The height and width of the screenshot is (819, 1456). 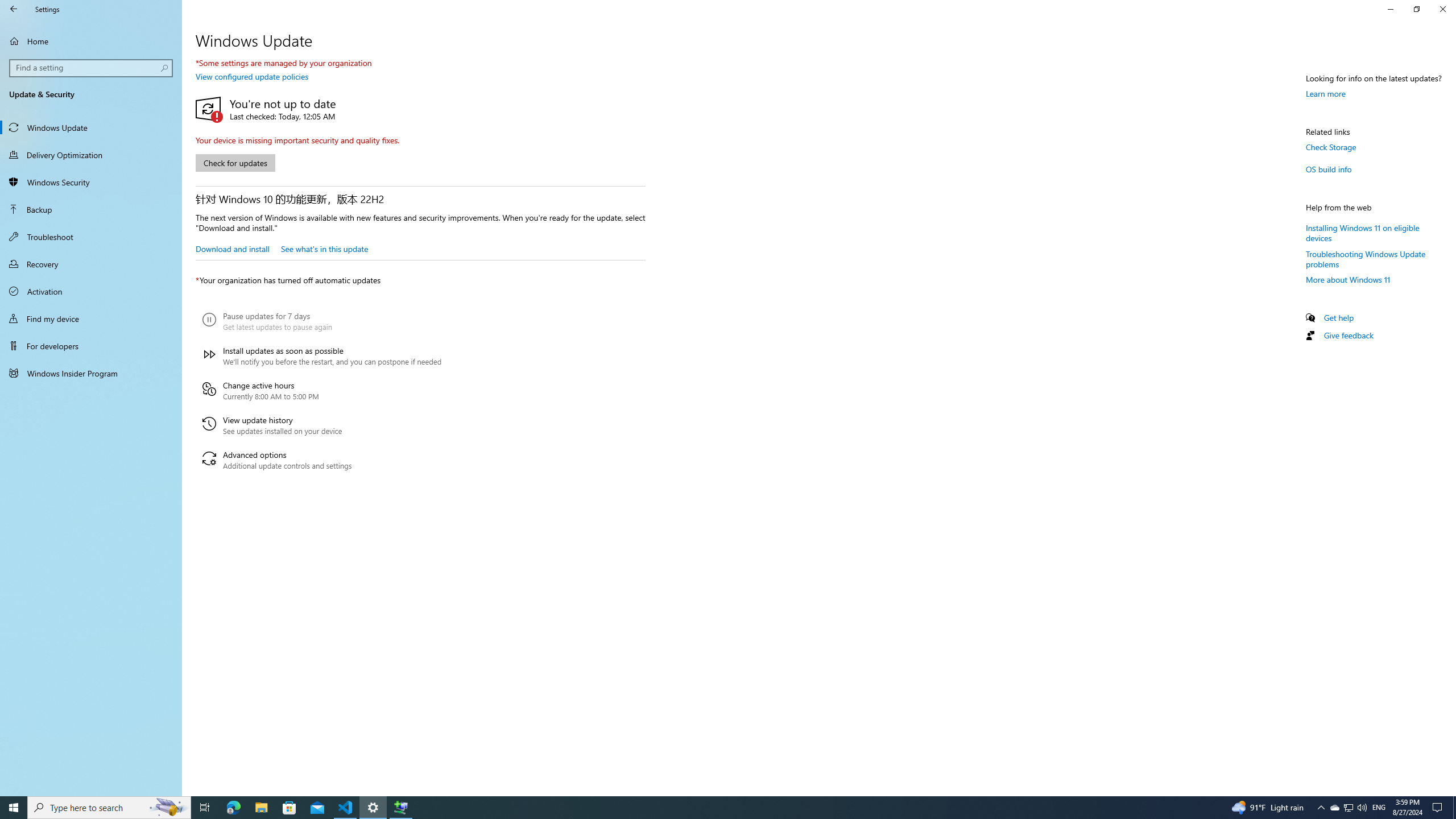 I want to click on 'See what', so click(x=324, y=248).